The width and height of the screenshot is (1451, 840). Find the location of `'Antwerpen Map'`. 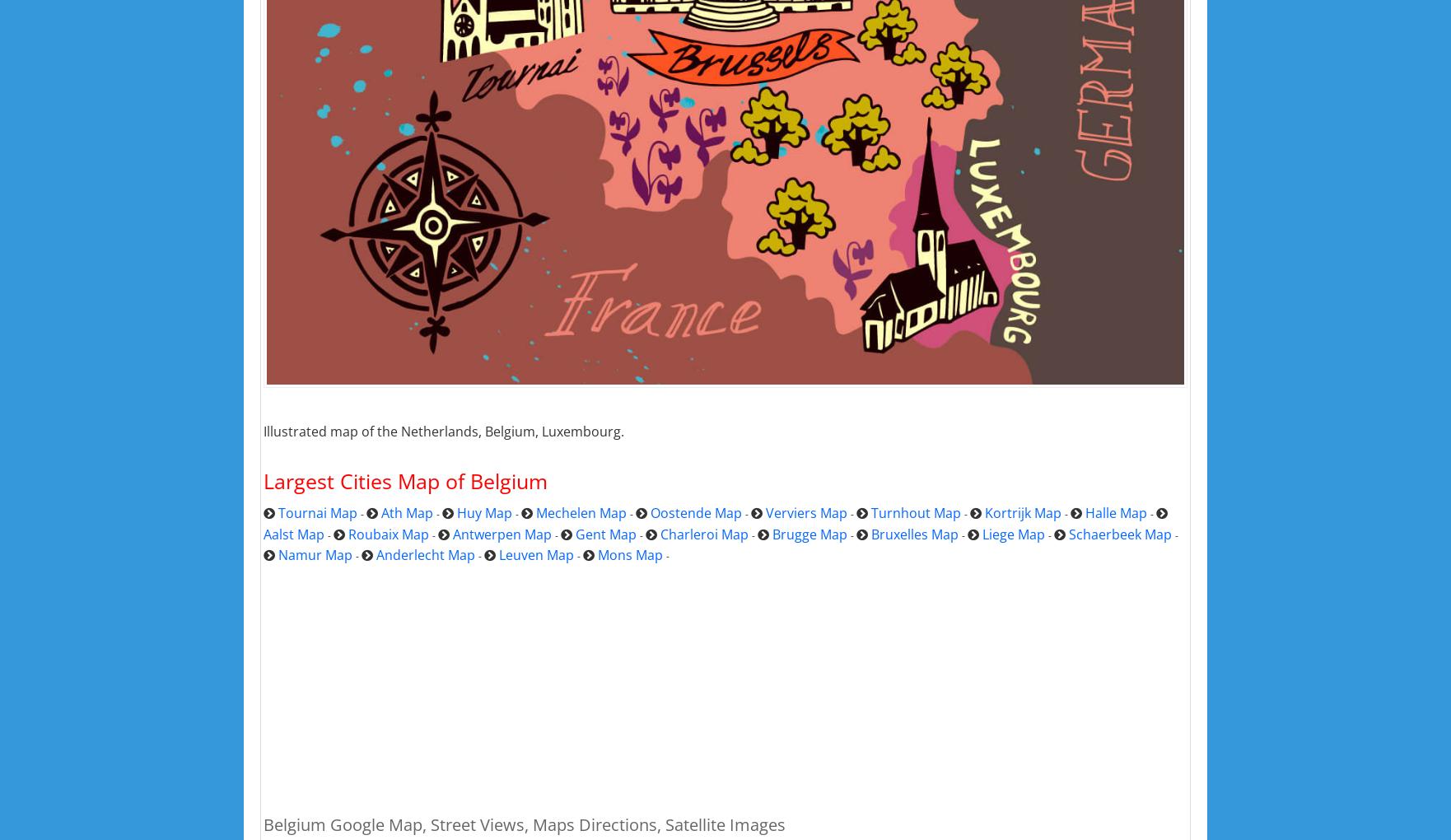

'Antwerpen Map' is located at coordinates (502, 534).